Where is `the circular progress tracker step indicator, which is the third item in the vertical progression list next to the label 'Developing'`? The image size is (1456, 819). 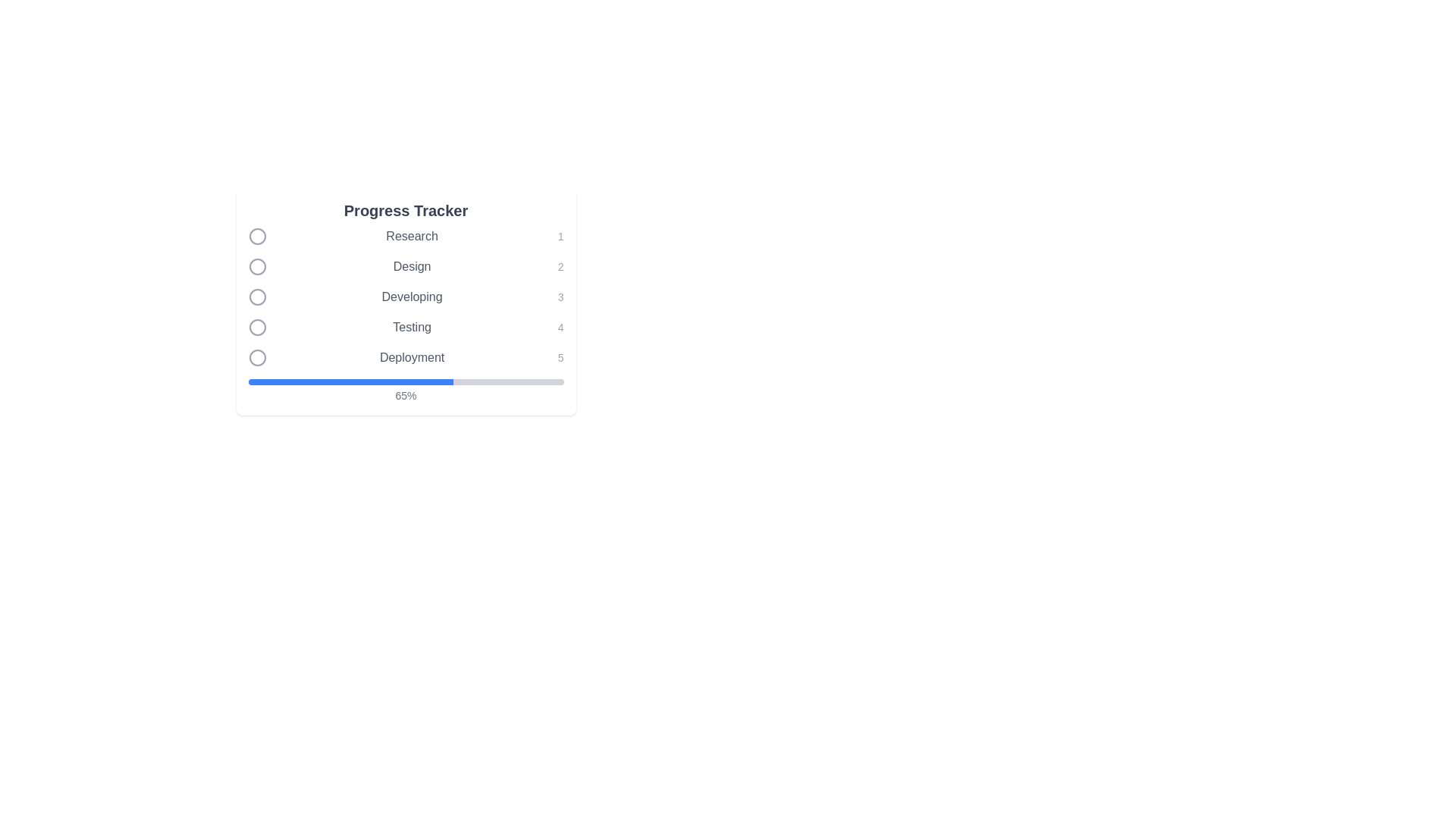
the circular progress tracker step indicator, which is the third item in the vertical progression list next to the label 'Developing' is located at coordinates (257, 297).